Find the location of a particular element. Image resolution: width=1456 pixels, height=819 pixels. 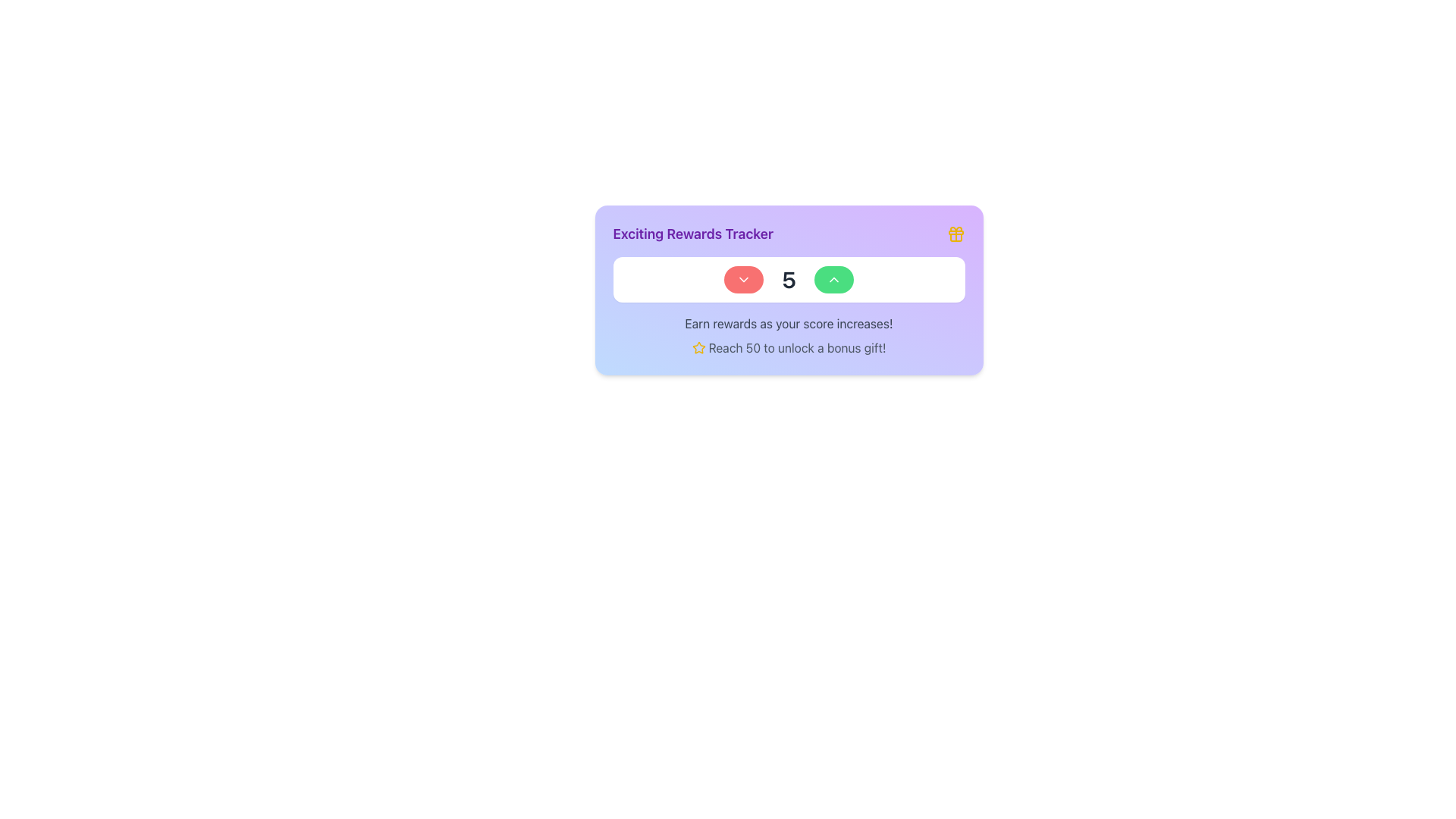

the red rounded-rectangle button with a downward-facing chevron symbol located in the scoring control section of the 'Exciting Rewards Tracker', positioned to the left of the number '5', to decrease the score is located at coordinates (744, 280).